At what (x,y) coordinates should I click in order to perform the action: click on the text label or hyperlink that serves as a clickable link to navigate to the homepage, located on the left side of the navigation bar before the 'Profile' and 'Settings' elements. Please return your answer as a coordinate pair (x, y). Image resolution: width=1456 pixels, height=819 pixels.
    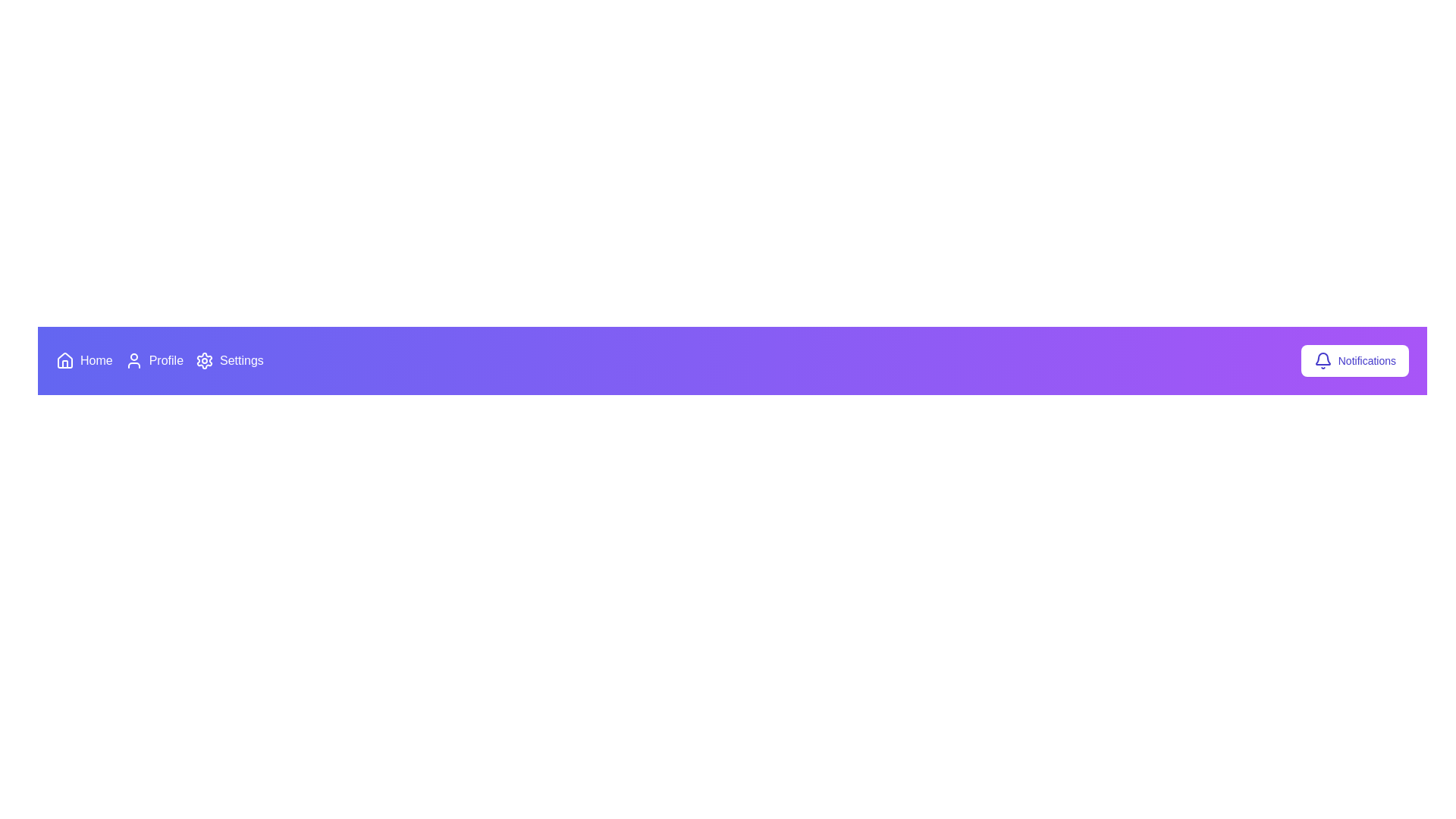
    Looking at the image, I should click on (96, 360).